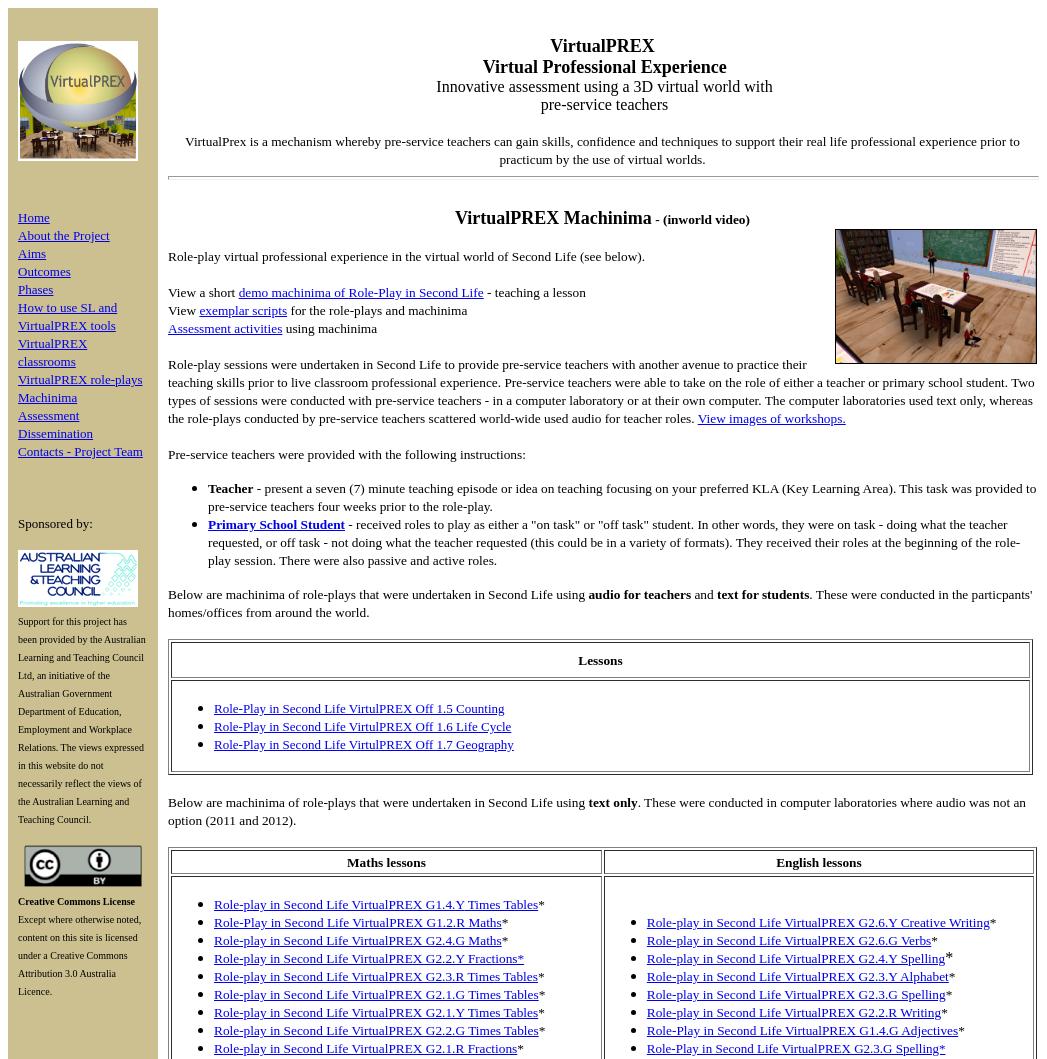 This screenshot has height=1059, width=1047. What do you see at coordinates (611, 801) in the screenshot?
I see `'text only'` at bounding box center [611, 801].